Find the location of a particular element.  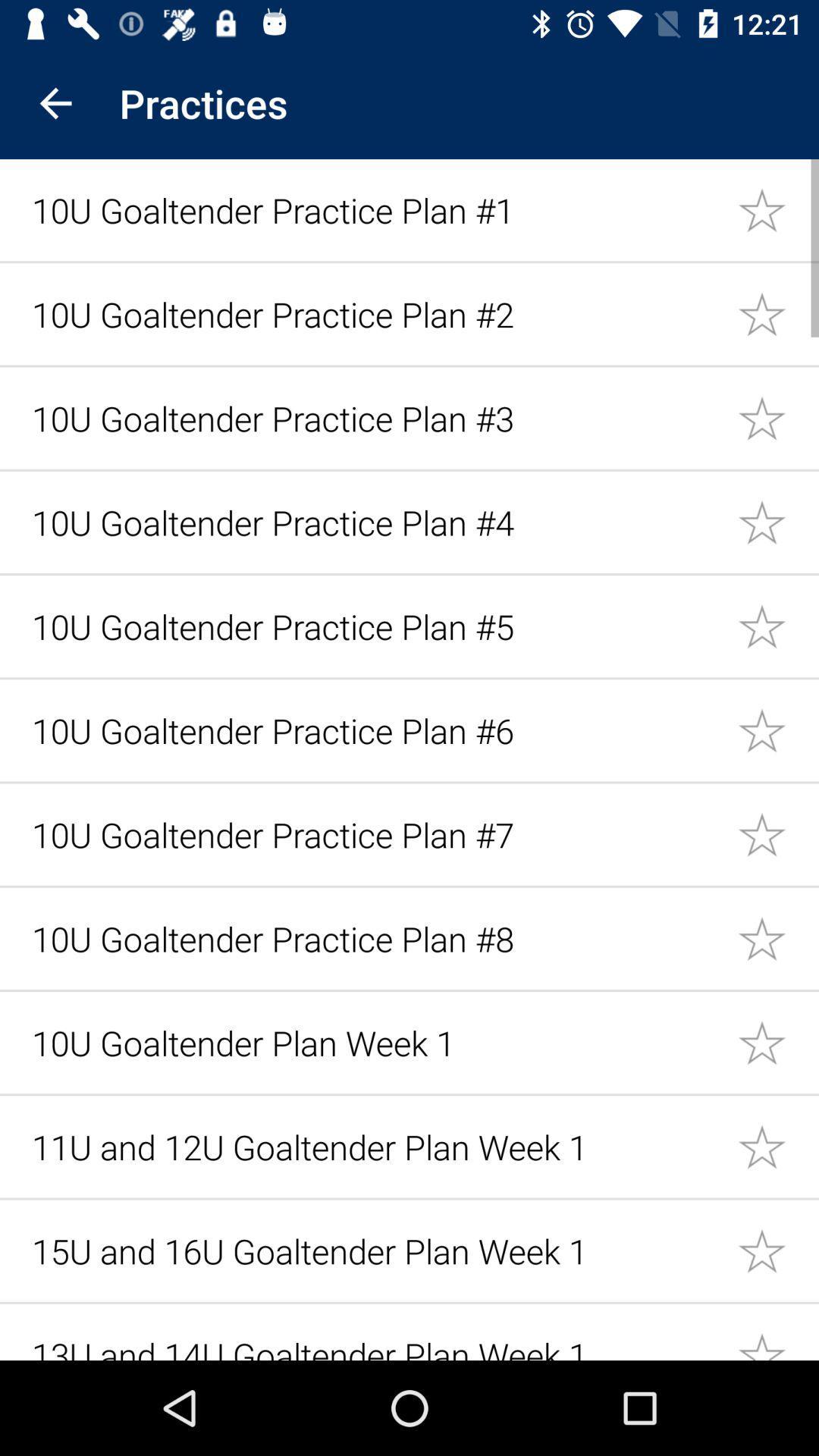

set favorite to 15u and 16u goaltender plan week1 is located at coordinates (778, 1250).